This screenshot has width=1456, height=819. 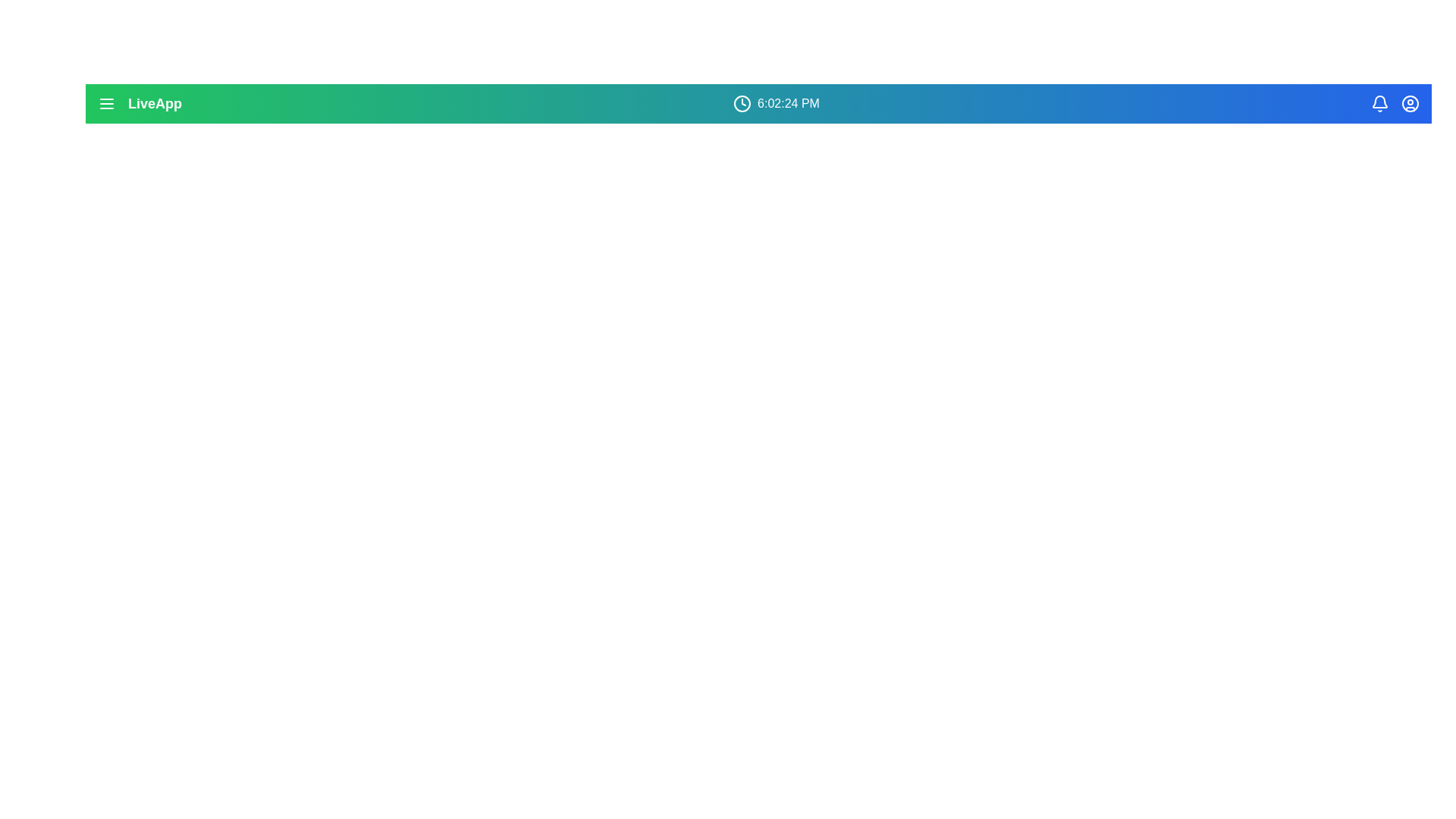 What do you see at coordinates (105, 103) in the screenshot?
I see `the menu icon to open navigation options` at bounding box center [105, 103].